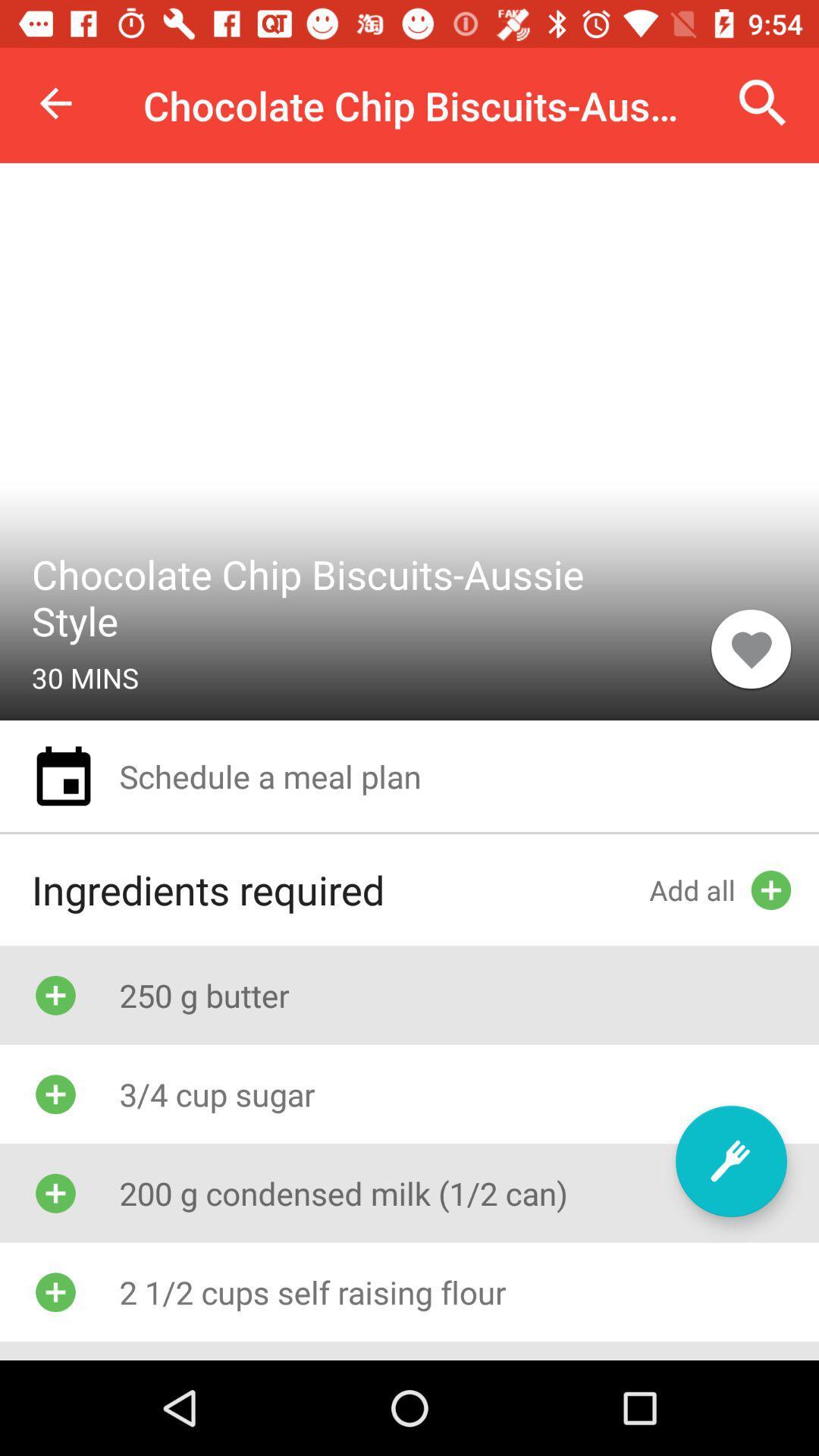 The image size is (819, 1456). What do you see at coordinates (730, 1160) in the screenshot?
I see `the edit icon` at bounding box center [730, 1160].